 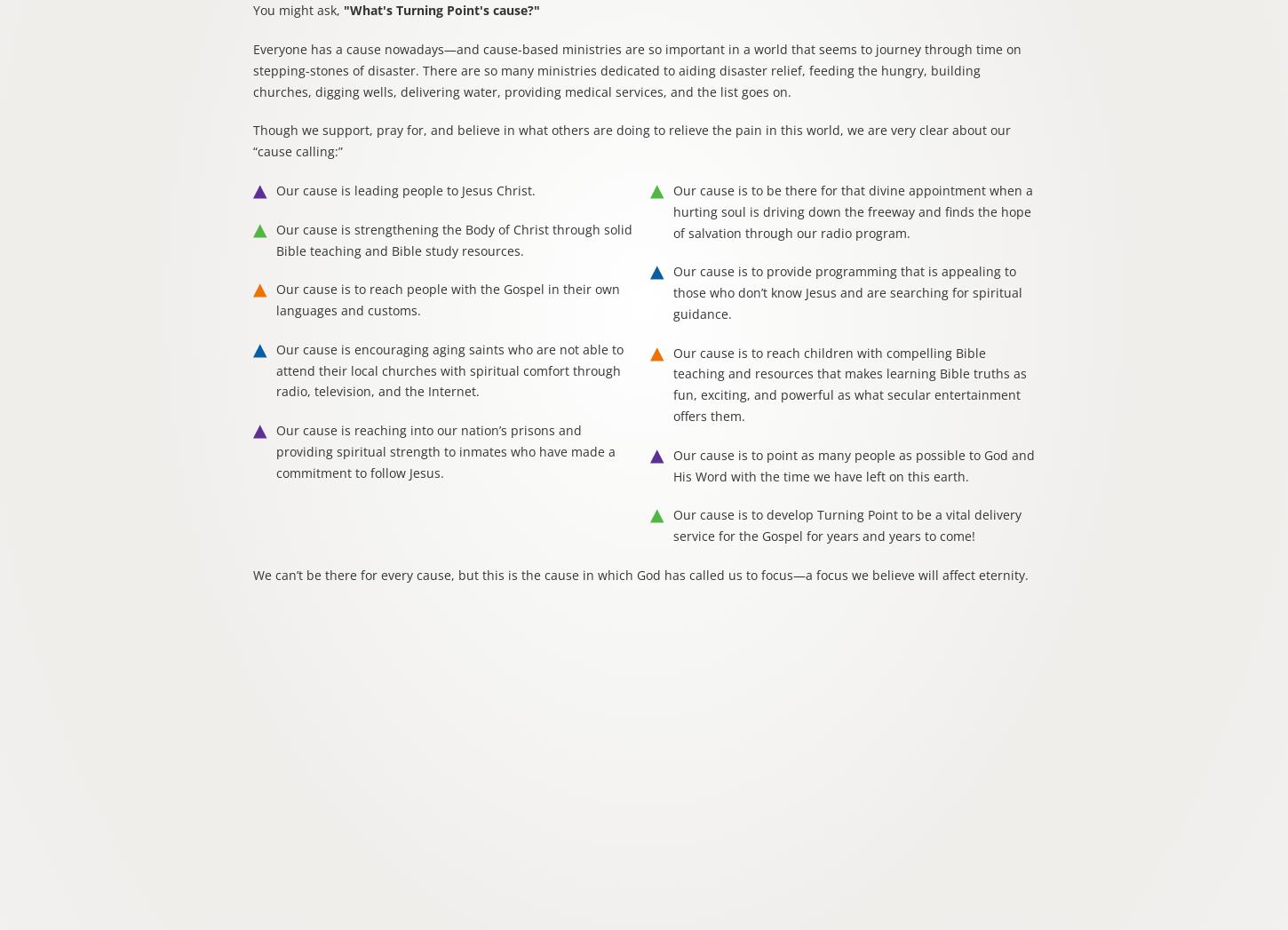 What do you see at coordinates (276, 299) in the screenshot?
I see `'Our cause is to reach people with the Gospel in their own languages and customs.'` at bounding box center [276, 299].